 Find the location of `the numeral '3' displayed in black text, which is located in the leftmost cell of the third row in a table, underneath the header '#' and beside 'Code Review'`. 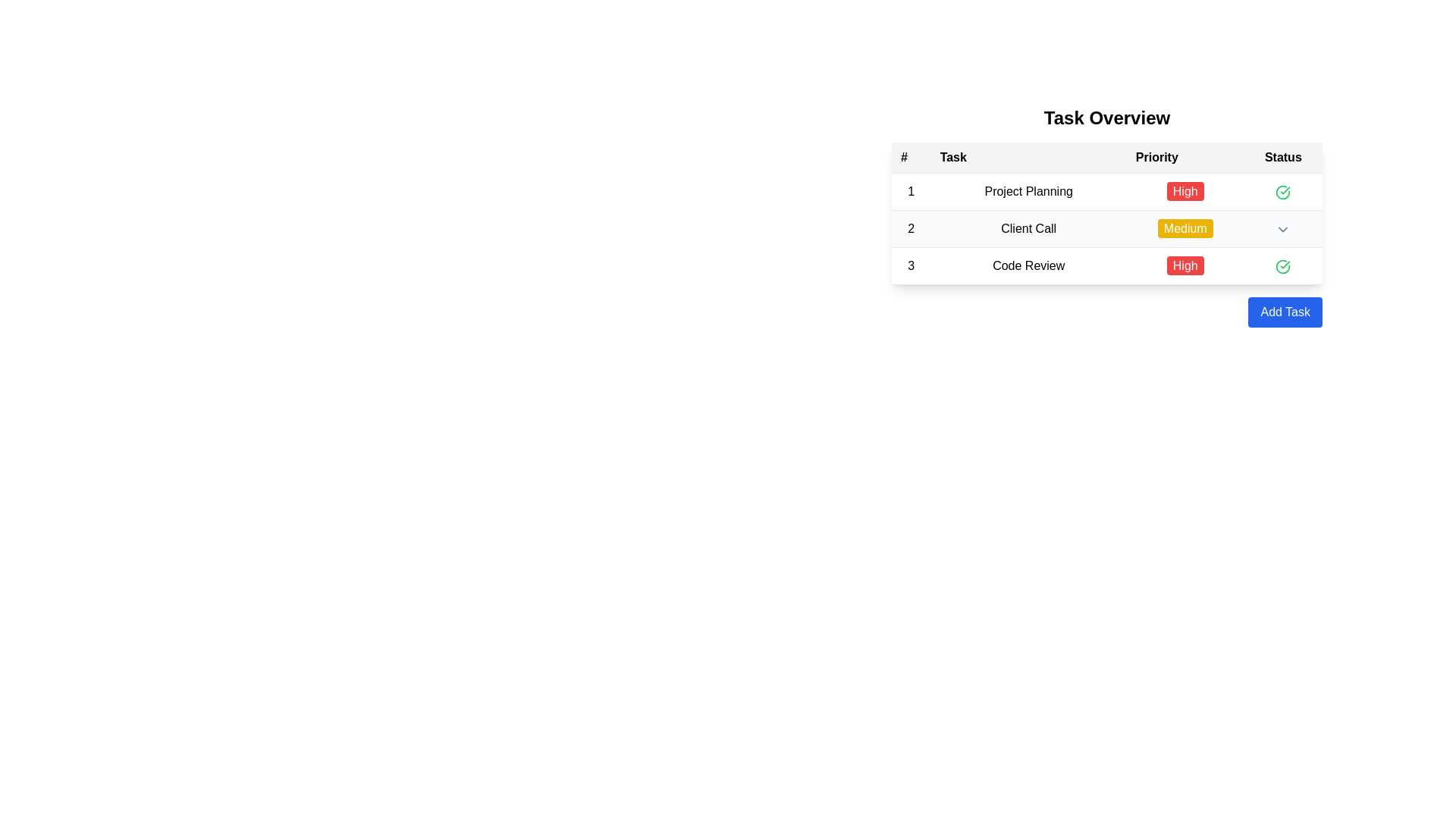

the numeral '3' displayed in black text, which is located in the leftmost cell of the third row in a table, underneath the header '#' and beside 'Code Review' is located at coordinates (910, 265).